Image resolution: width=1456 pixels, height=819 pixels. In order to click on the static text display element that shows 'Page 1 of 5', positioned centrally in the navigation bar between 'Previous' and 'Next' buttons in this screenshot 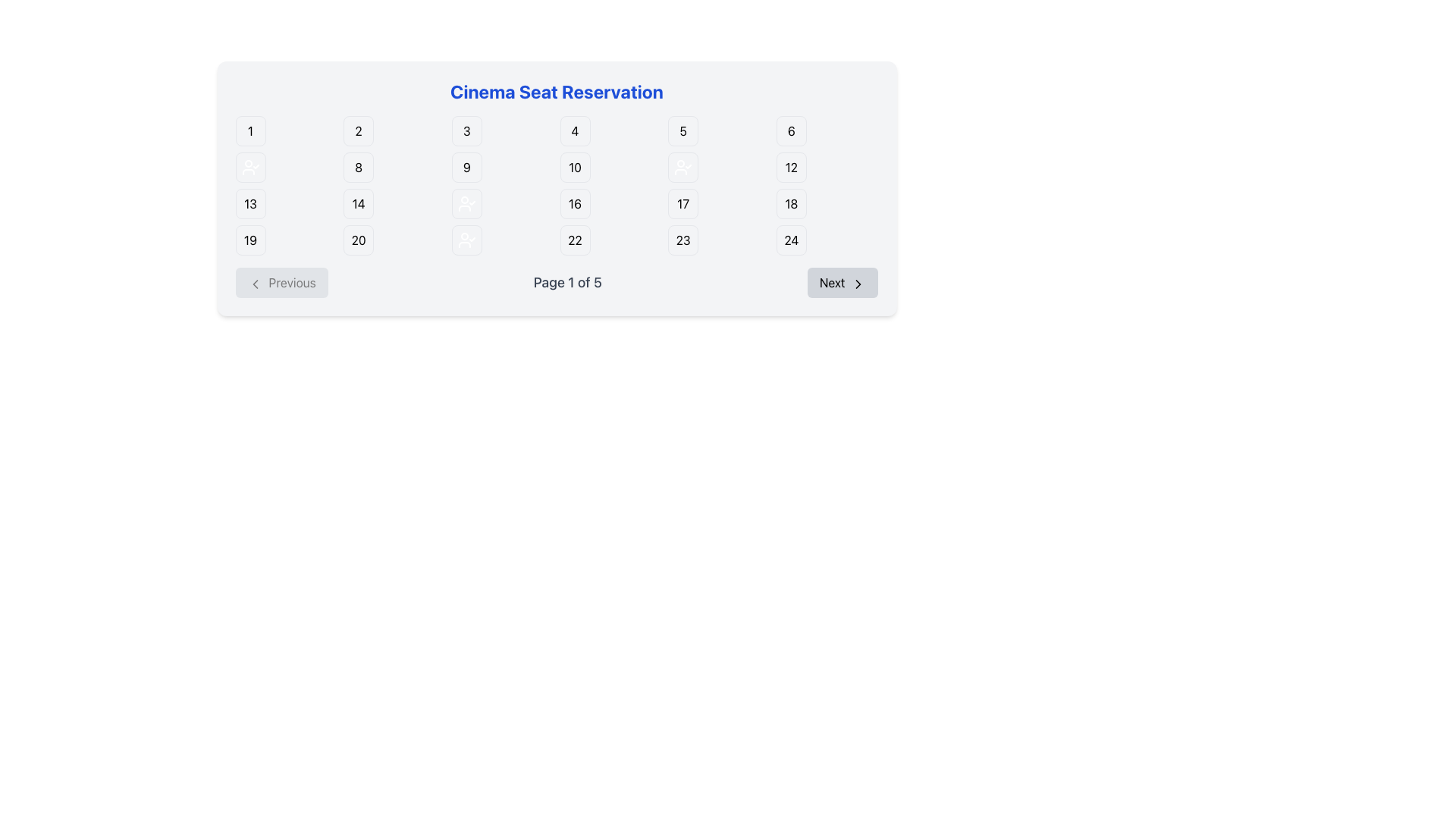, I will do `click(566, 283)`.